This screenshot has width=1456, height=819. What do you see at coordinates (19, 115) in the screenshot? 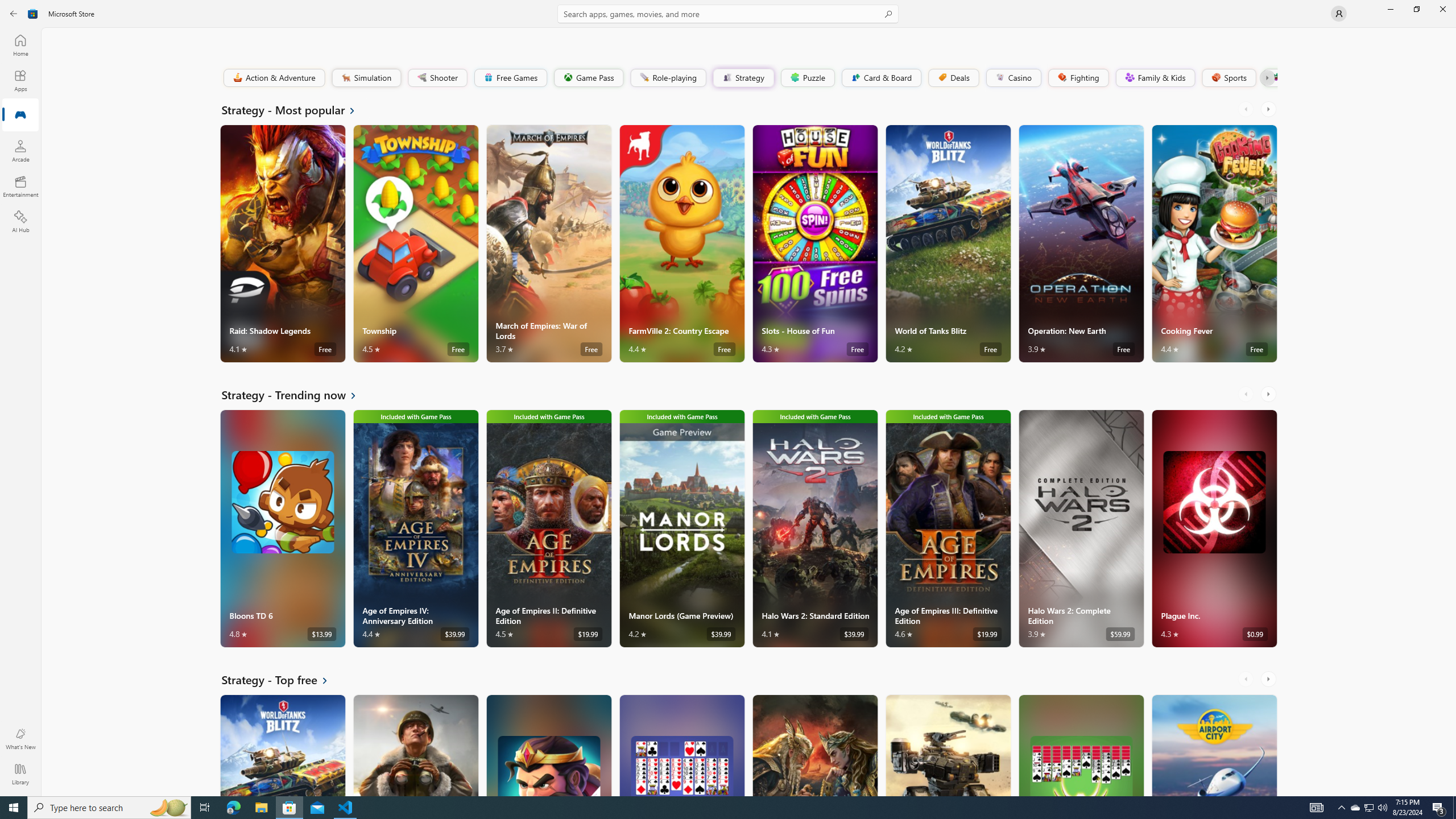
I see `'Gaming'` at bounding box center [19, 115].